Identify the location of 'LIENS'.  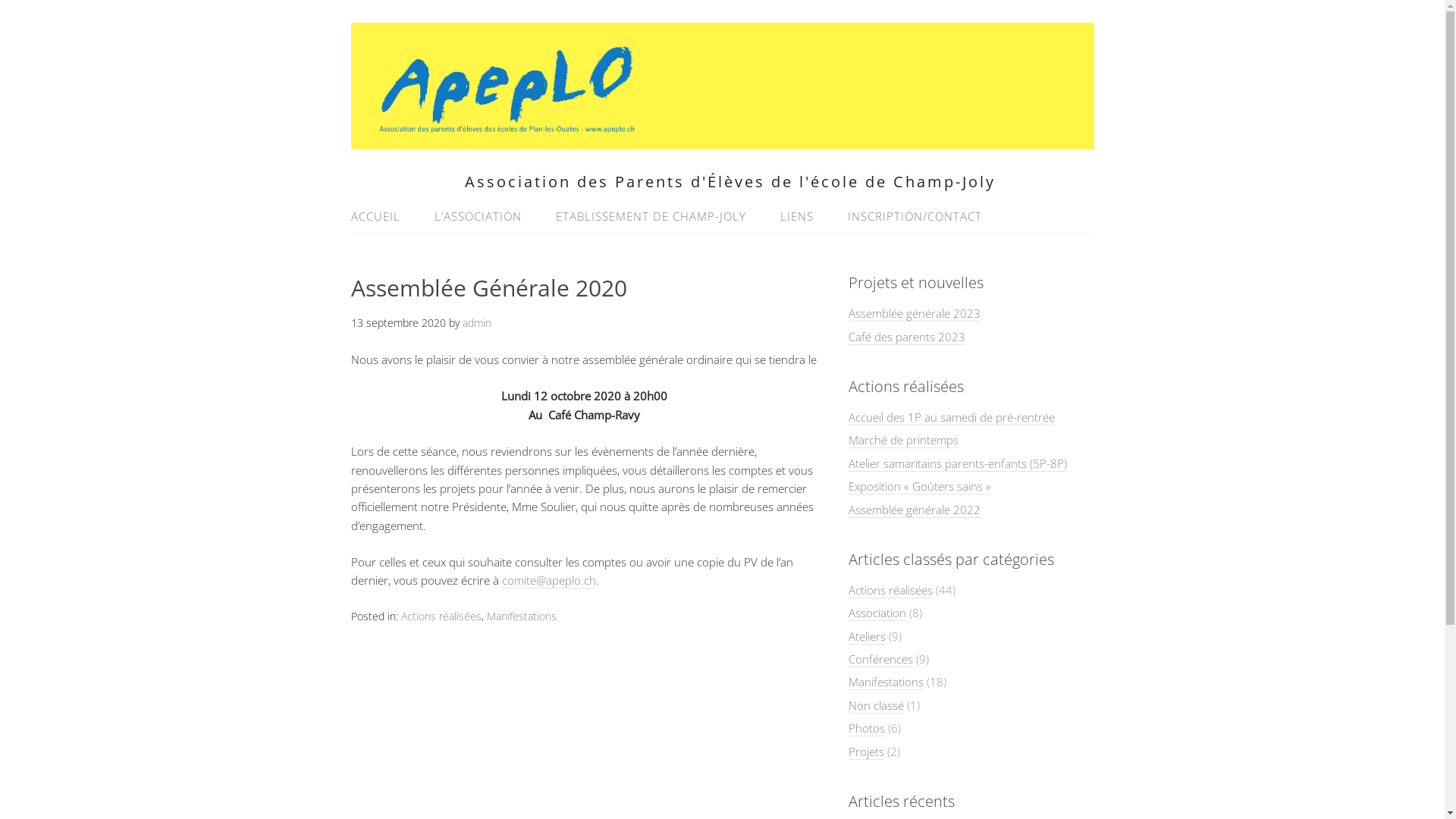
(795, 216).